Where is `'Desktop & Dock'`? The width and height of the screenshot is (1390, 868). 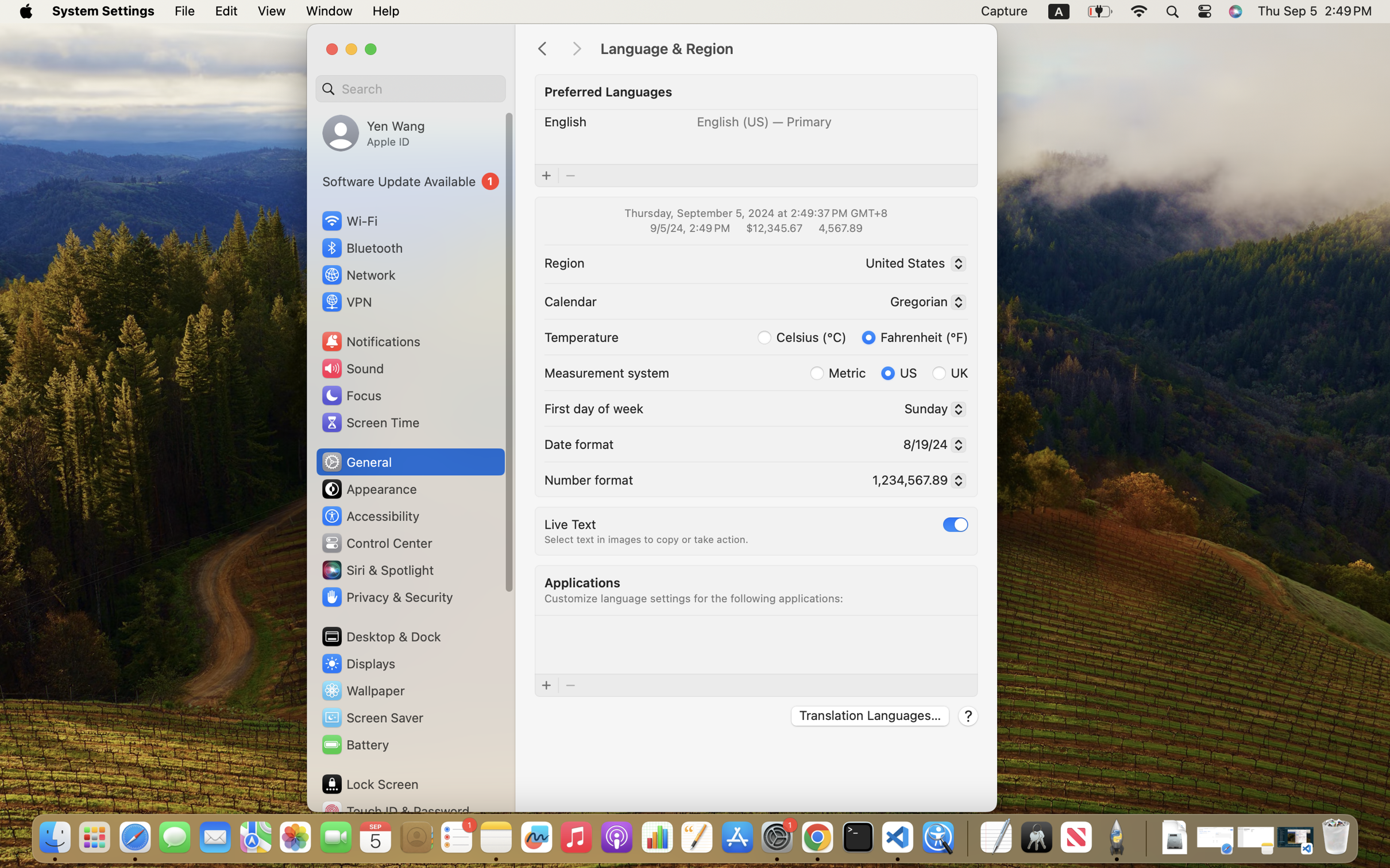 'Desktop & Dock' is located at coordinates (380, 636).